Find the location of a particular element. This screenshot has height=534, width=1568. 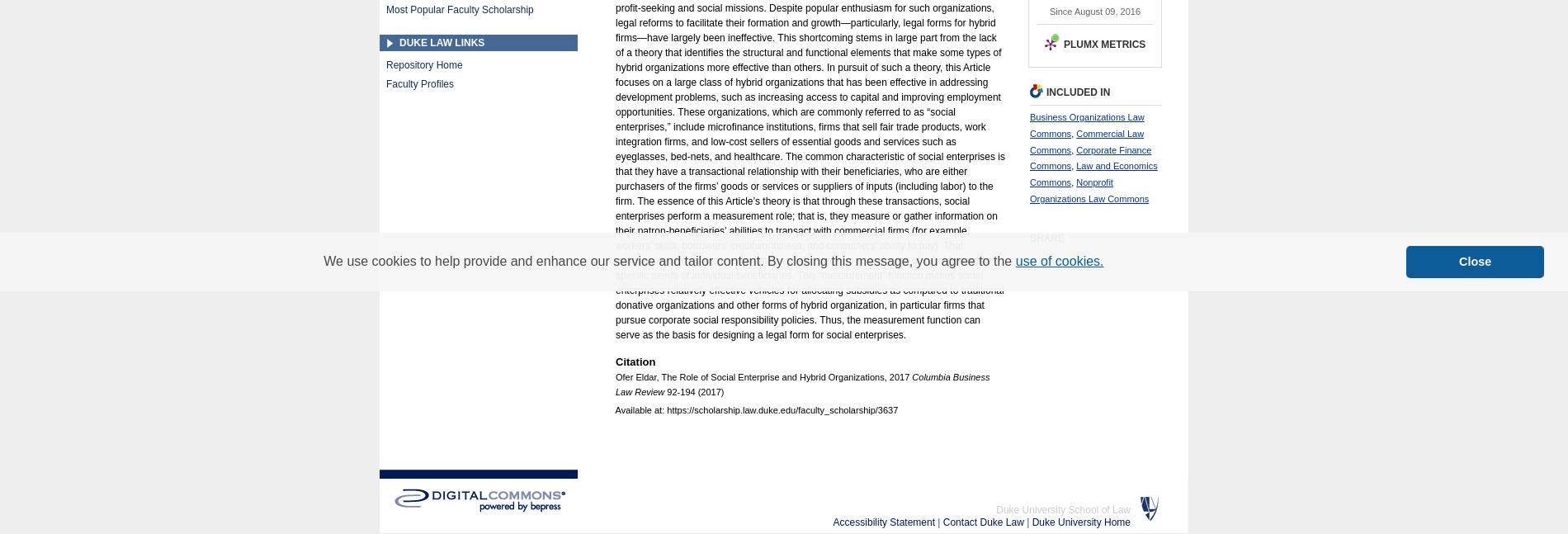

'Available at: https://scholarship.law.duke.edu/faculty_scholarship/3637' is located at coordinates (755, 409).